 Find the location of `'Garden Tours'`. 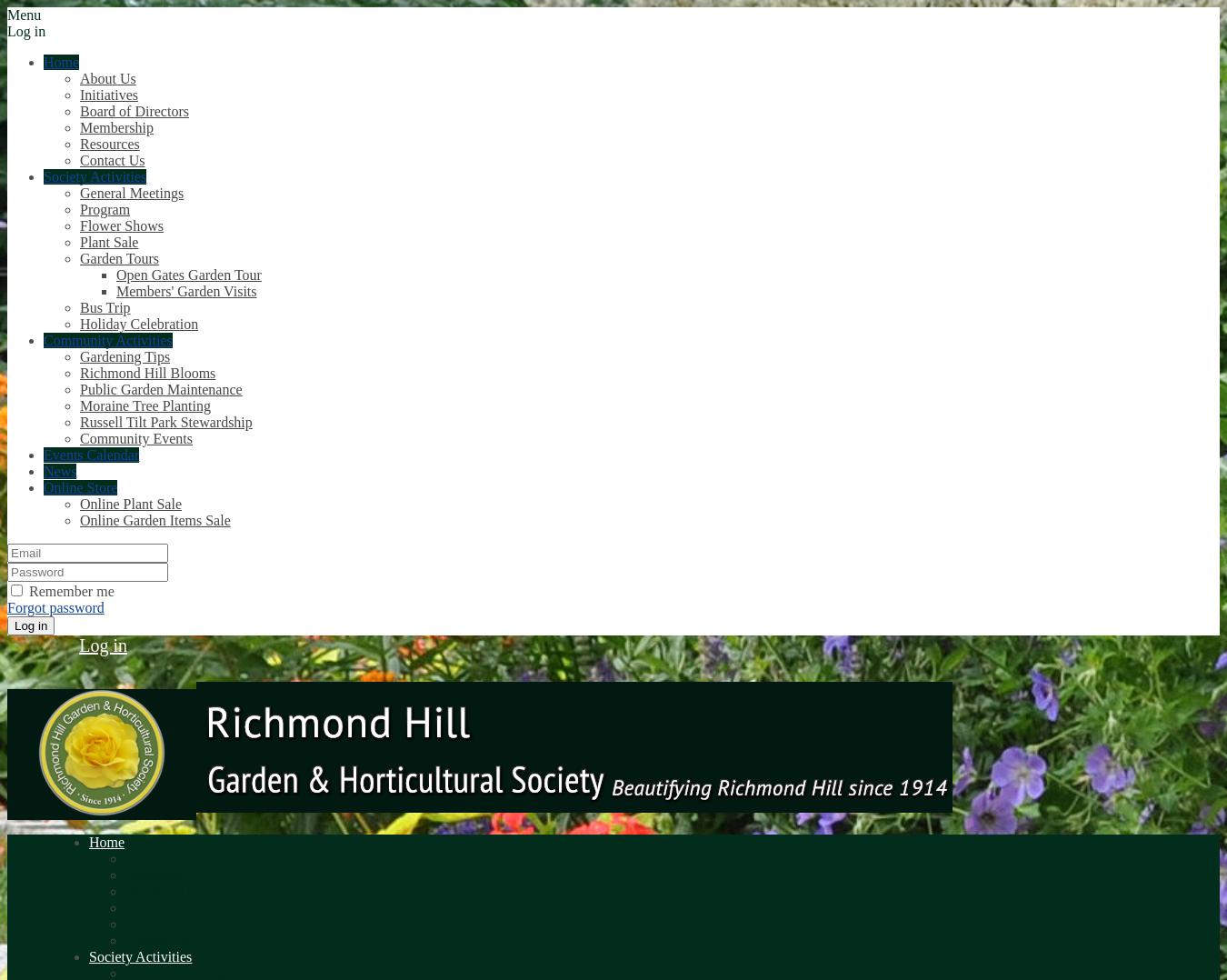

'Garden Tours' is located at coordinates (119, 258).